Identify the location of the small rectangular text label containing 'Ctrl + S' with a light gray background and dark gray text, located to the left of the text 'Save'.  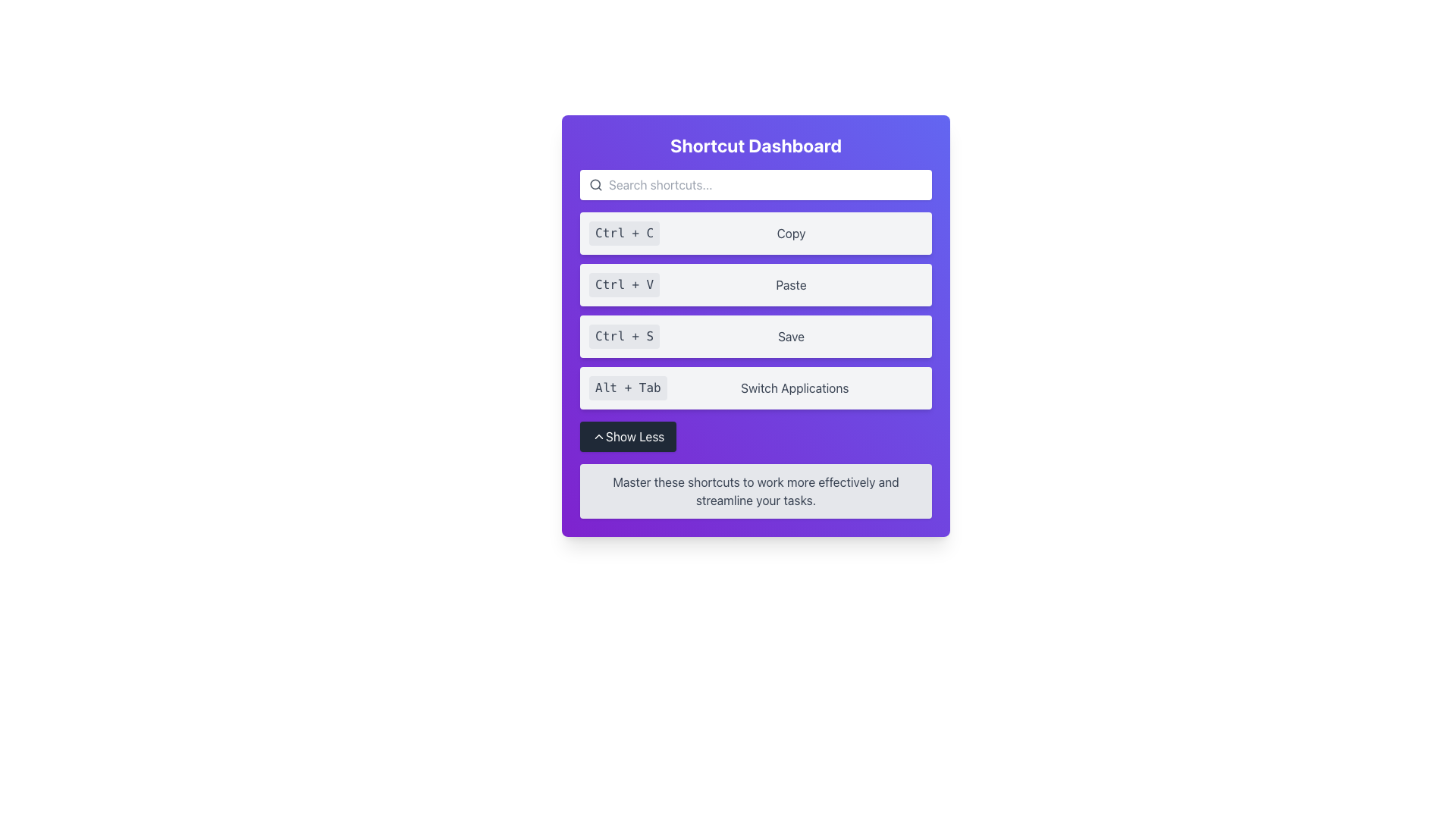
(624, 335).